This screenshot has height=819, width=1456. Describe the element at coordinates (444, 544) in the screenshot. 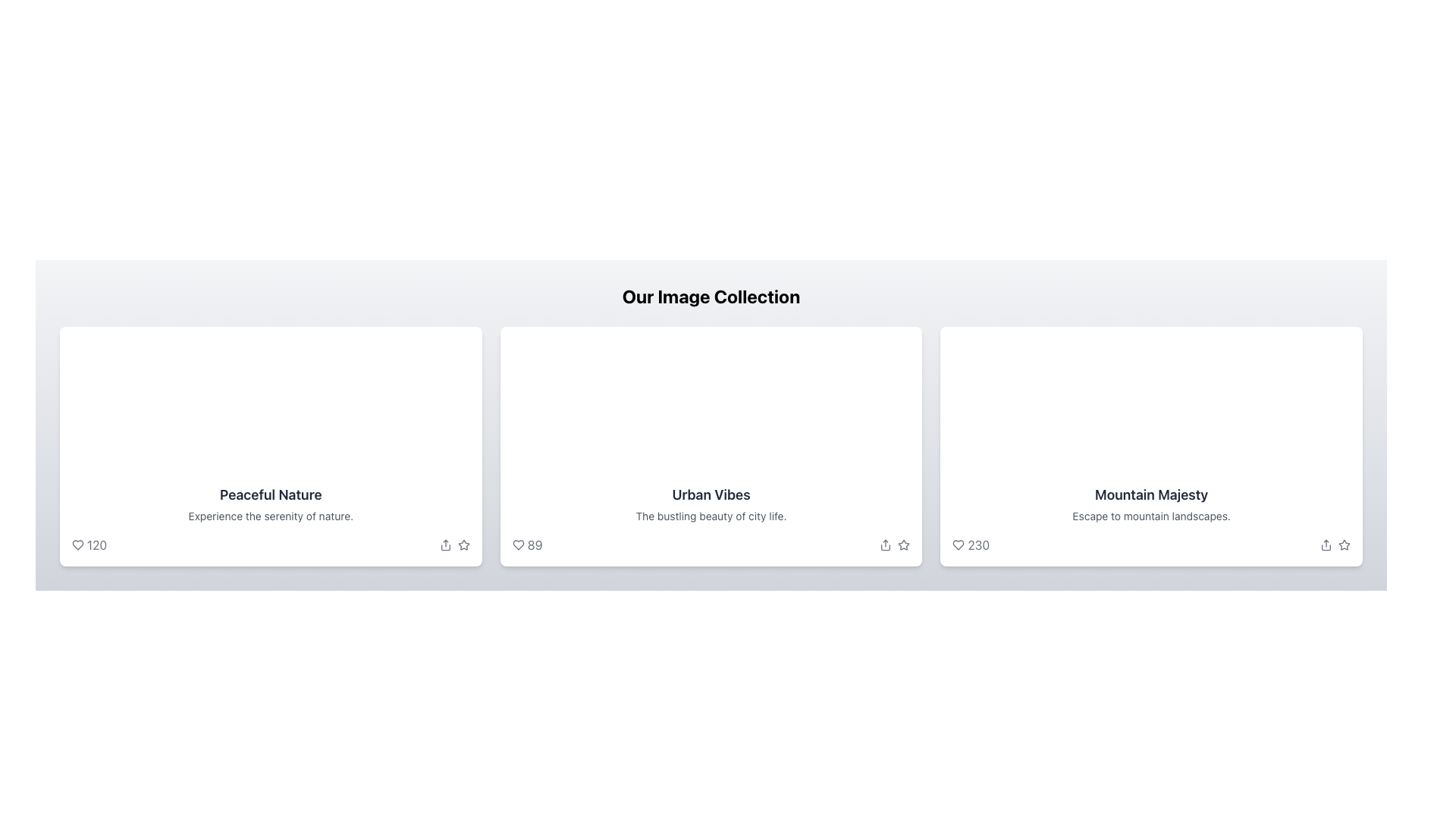

I see `the share icon button styled as an upward arrow emerging from a box located at the bottom-right corner of the 'Peaceful Nature' card` at that location.